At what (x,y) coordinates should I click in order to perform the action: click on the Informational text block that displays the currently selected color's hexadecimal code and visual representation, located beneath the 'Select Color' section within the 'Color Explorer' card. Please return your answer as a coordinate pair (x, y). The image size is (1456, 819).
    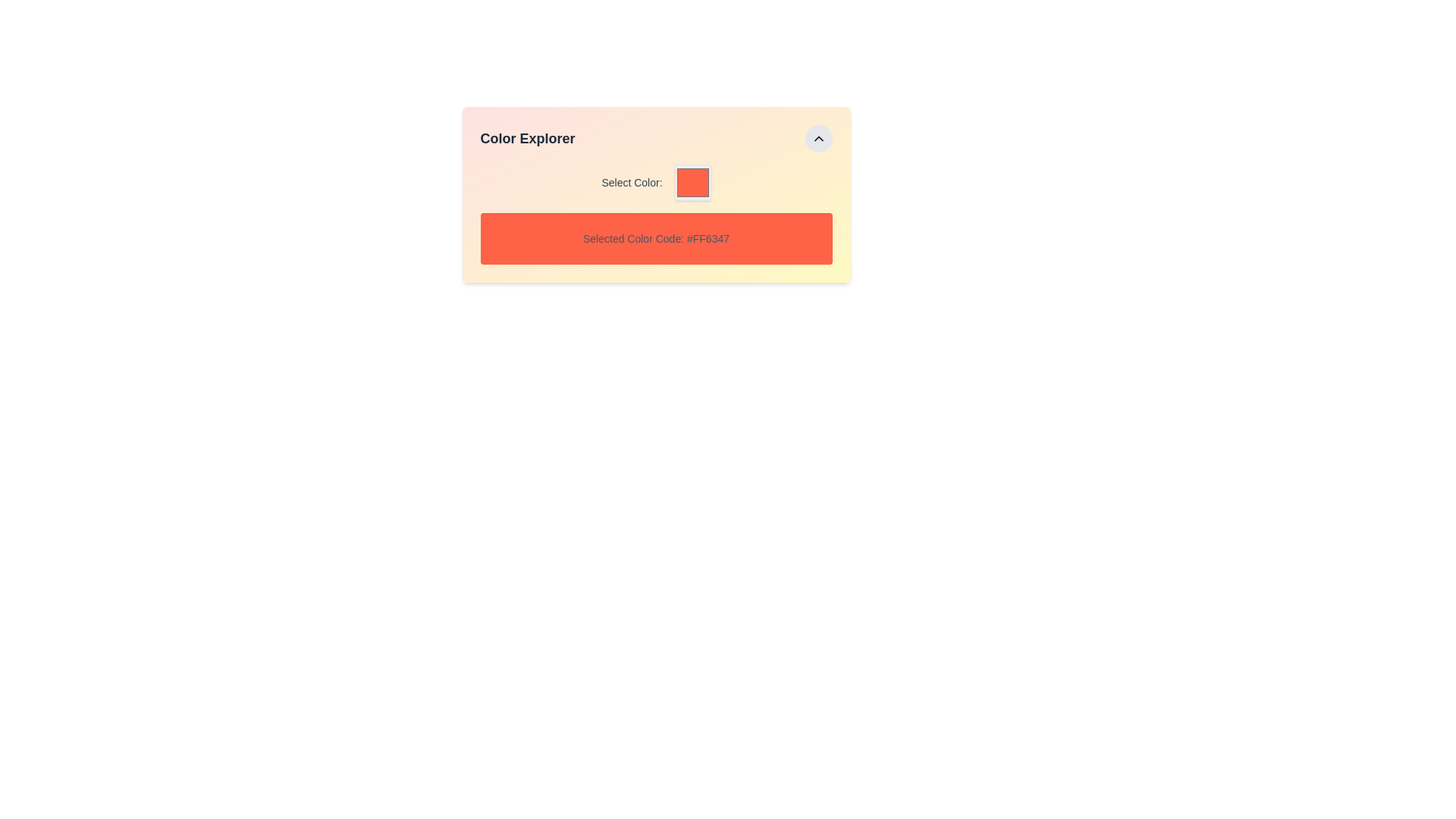
    Looking at the image, I should click on (656, 214).